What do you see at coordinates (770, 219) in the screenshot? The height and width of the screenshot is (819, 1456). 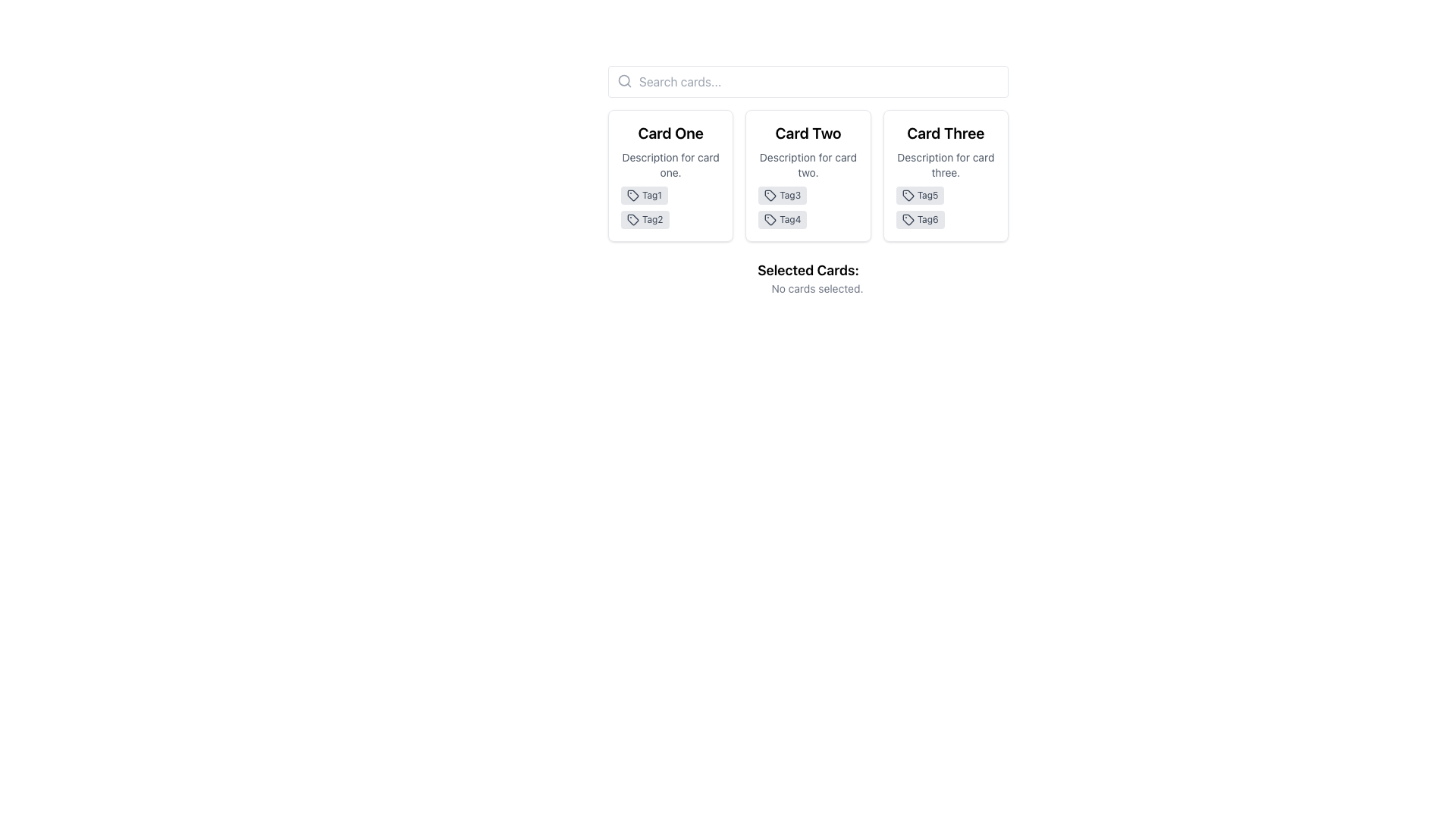 I see `the tag-shaped icon located in the 'Card Two' section of the horizontal card deck, which resembles a price tag and is styled in neutral colors` at bounding box center [770, 219].